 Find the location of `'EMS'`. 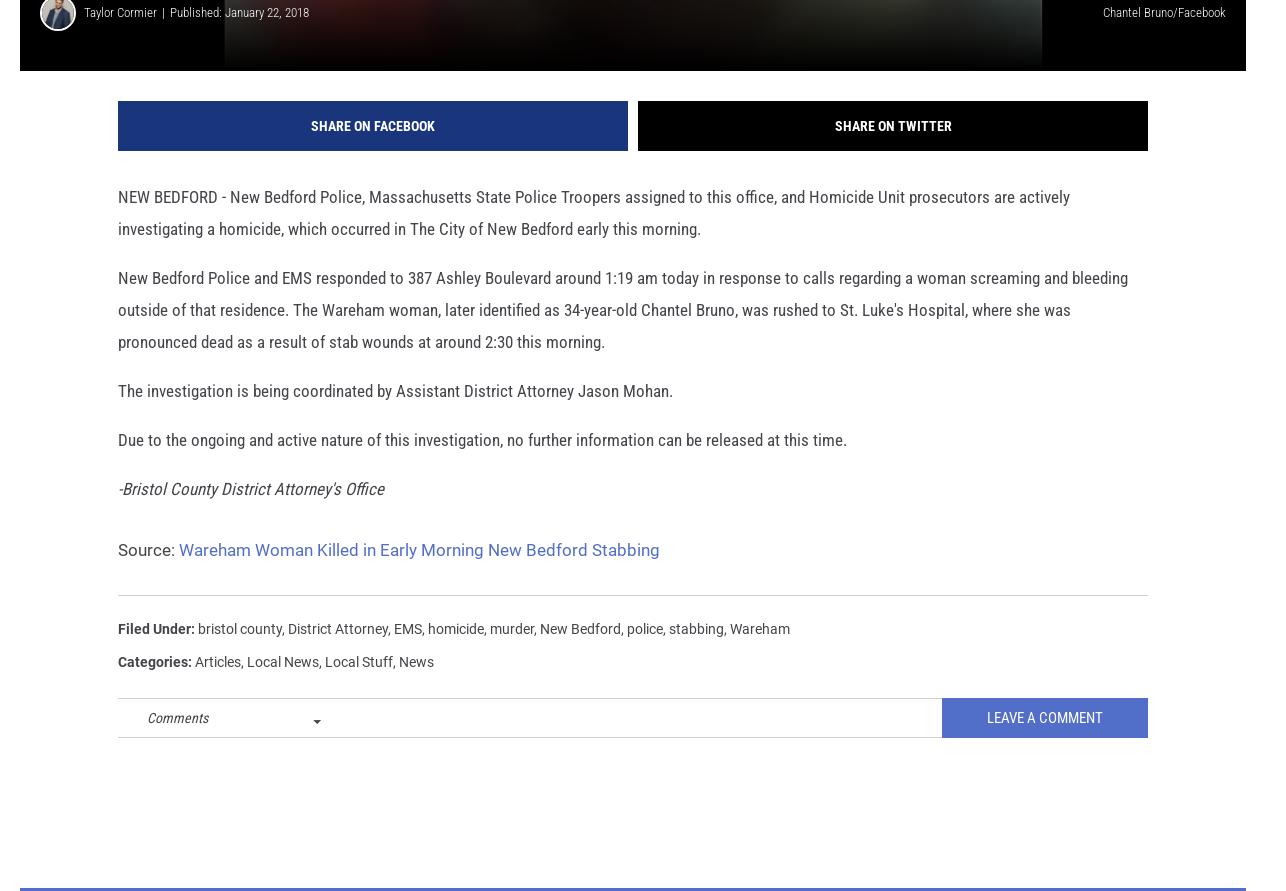

'EMS' is located at coordinates (393, 655).